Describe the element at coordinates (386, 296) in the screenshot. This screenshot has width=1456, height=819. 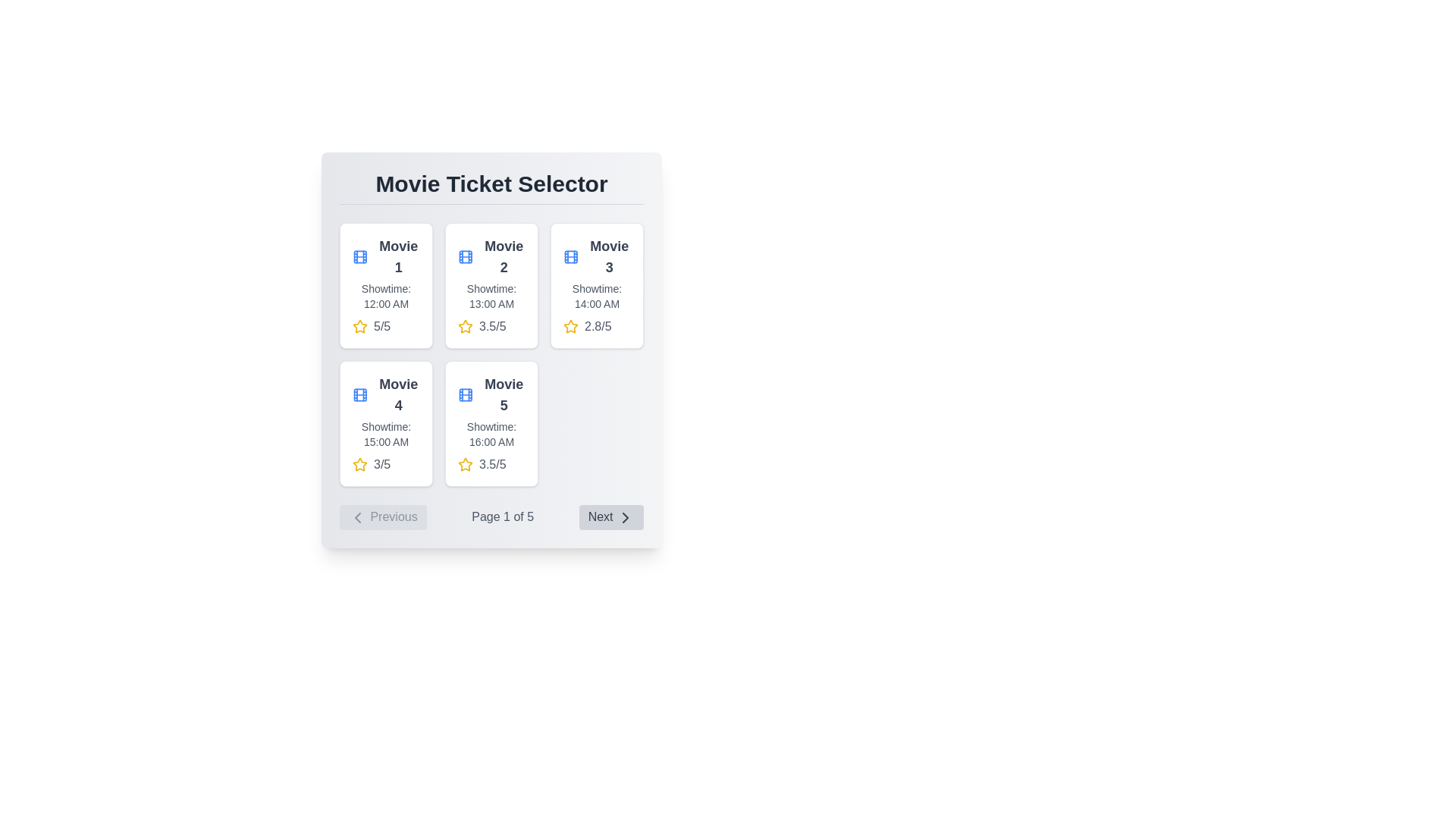
I see `text label displaying the scheduled showtime for 'Movie 1', located in the first row and first column of the grid layout, directly below the movie title` at that location.